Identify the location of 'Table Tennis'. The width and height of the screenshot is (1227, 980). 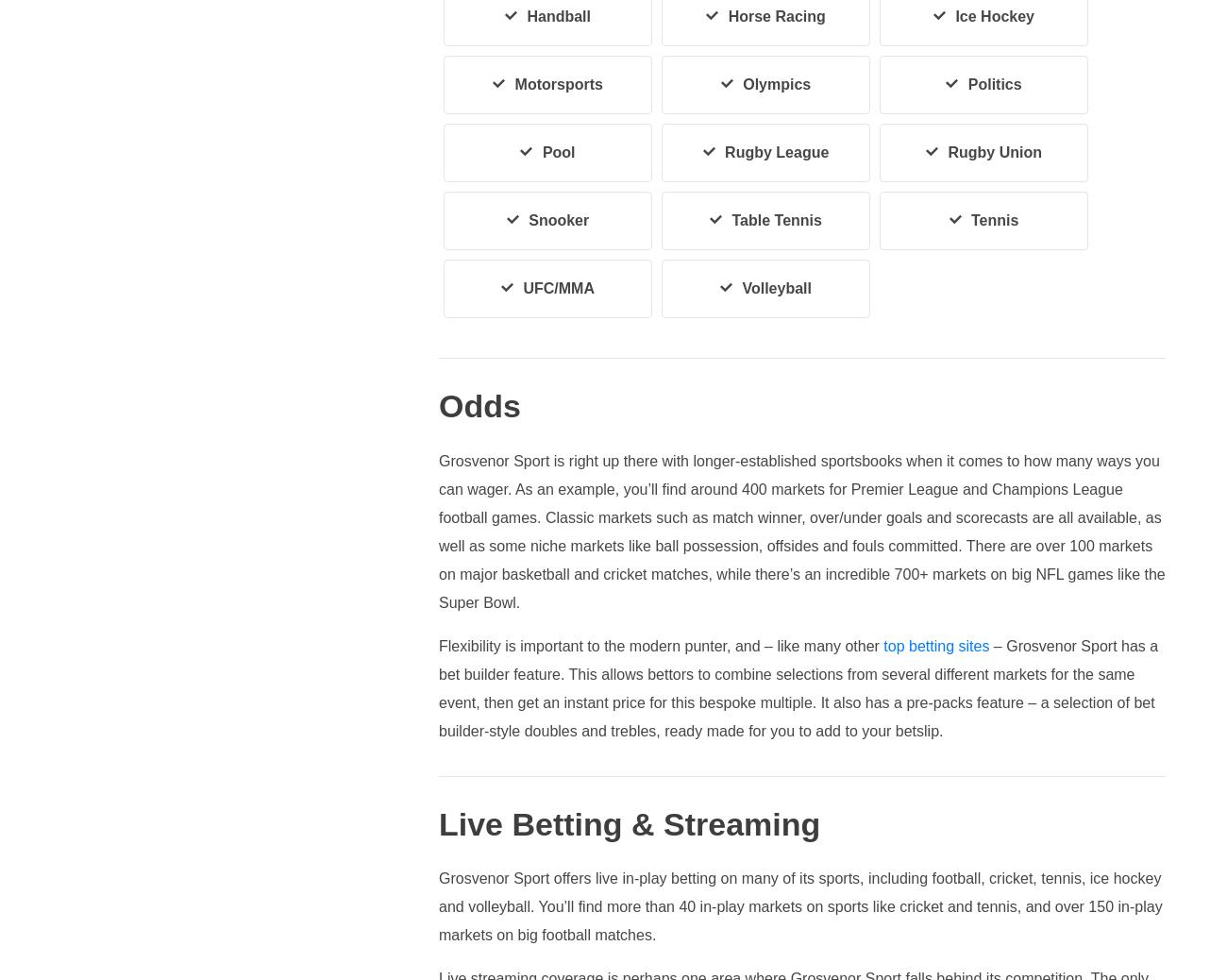
(776, 219).